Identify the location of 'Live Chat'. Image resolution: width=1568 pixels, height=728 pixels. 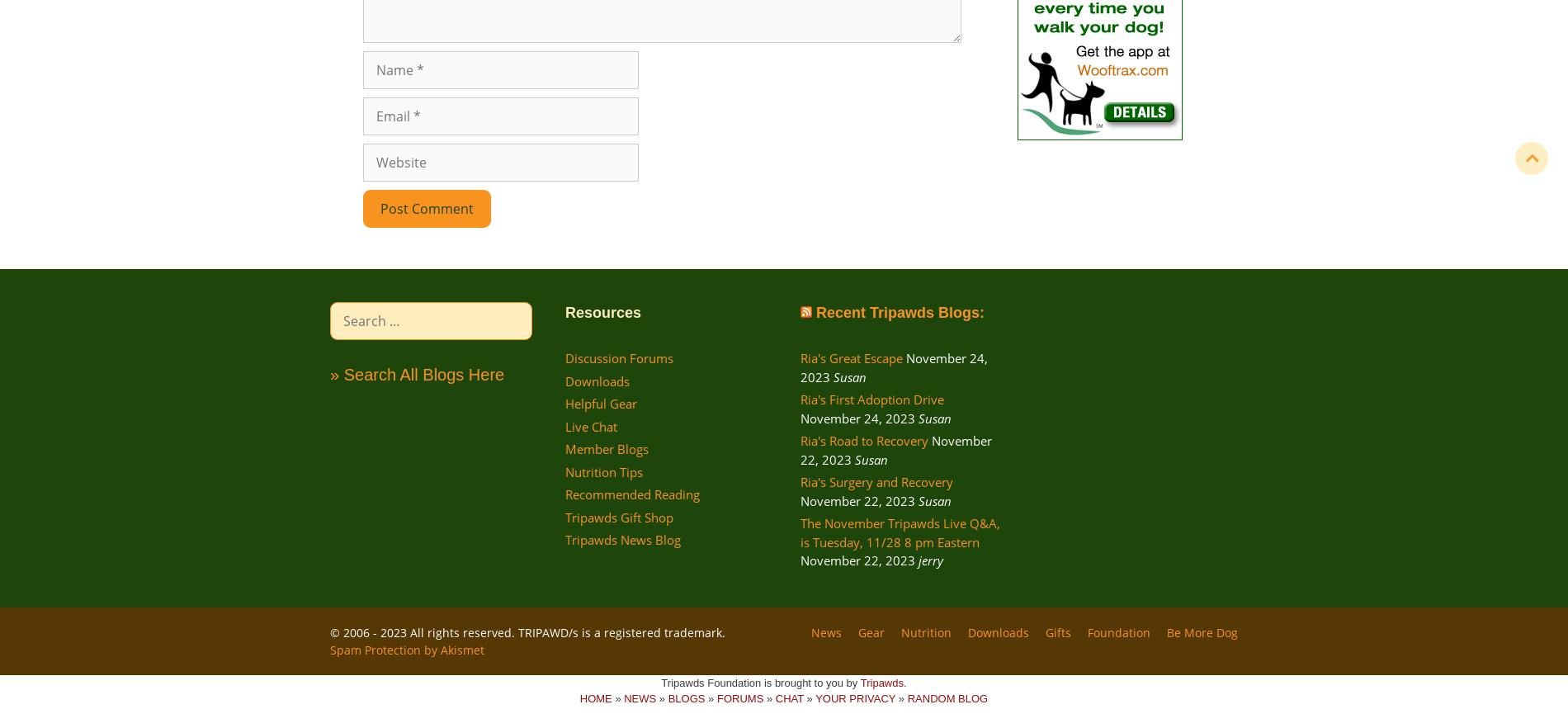
(590, 425).